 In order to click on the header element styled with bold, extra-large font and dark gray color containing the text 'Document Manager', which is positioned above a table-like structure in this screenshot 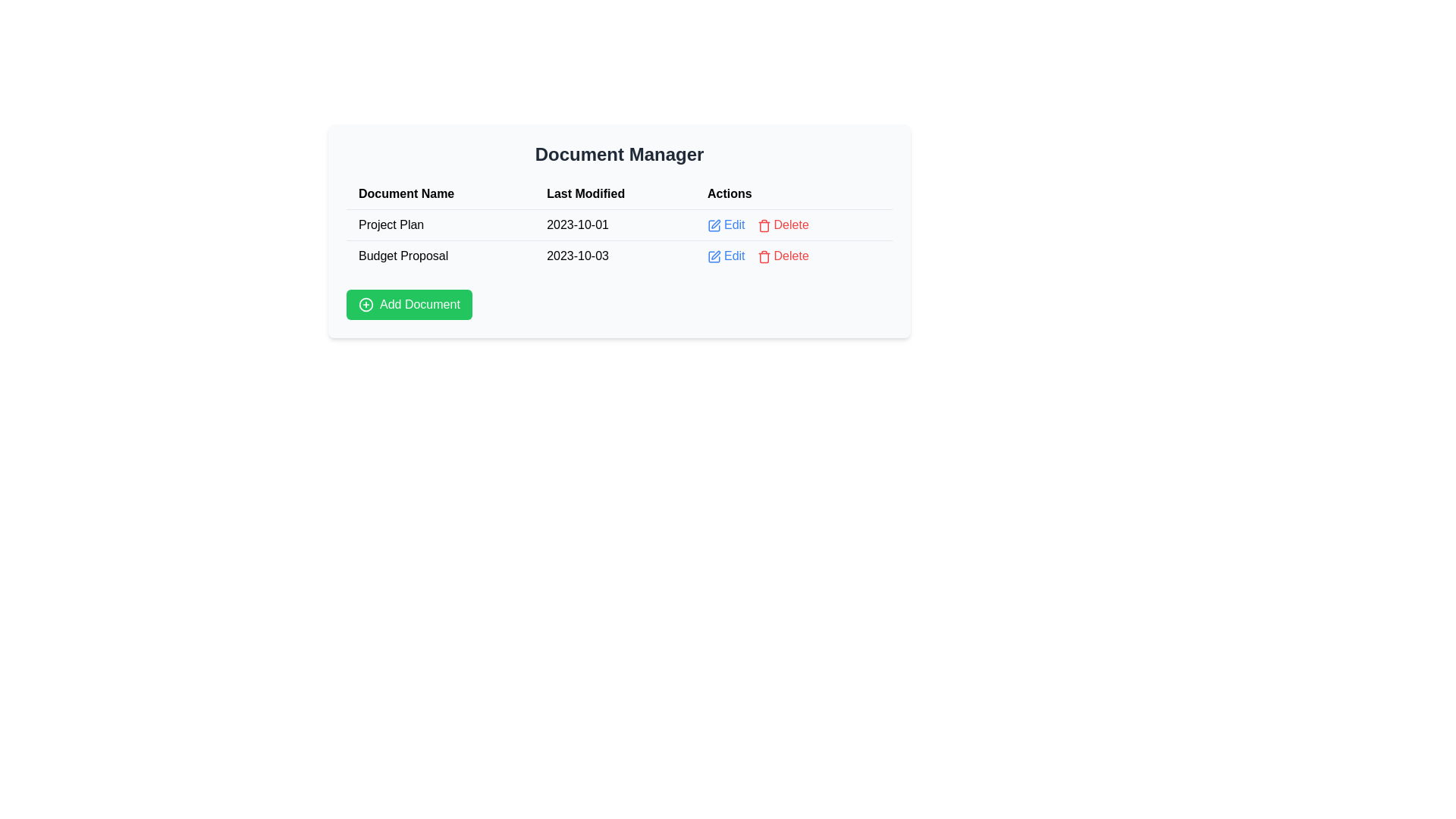, I will do `click(619, 155)`.